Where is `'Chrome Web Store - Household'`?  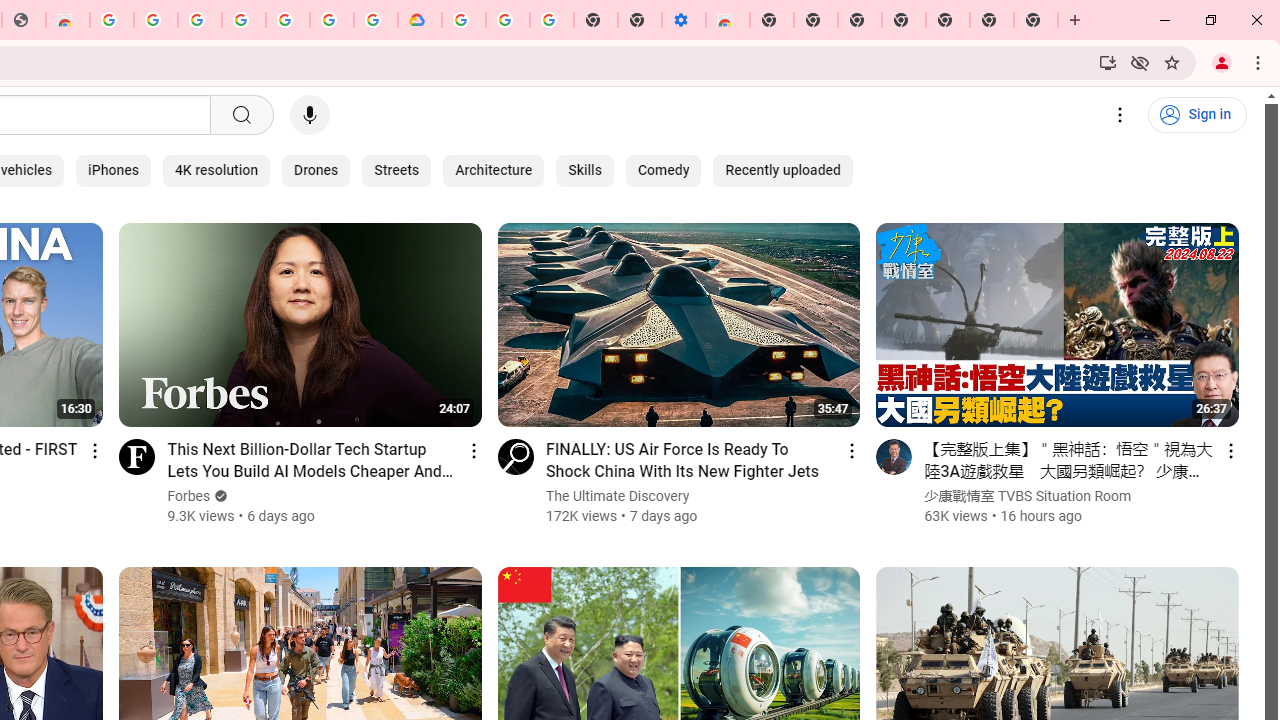 'Chrome Web Store - Household' is located at coordinates (67, 20).